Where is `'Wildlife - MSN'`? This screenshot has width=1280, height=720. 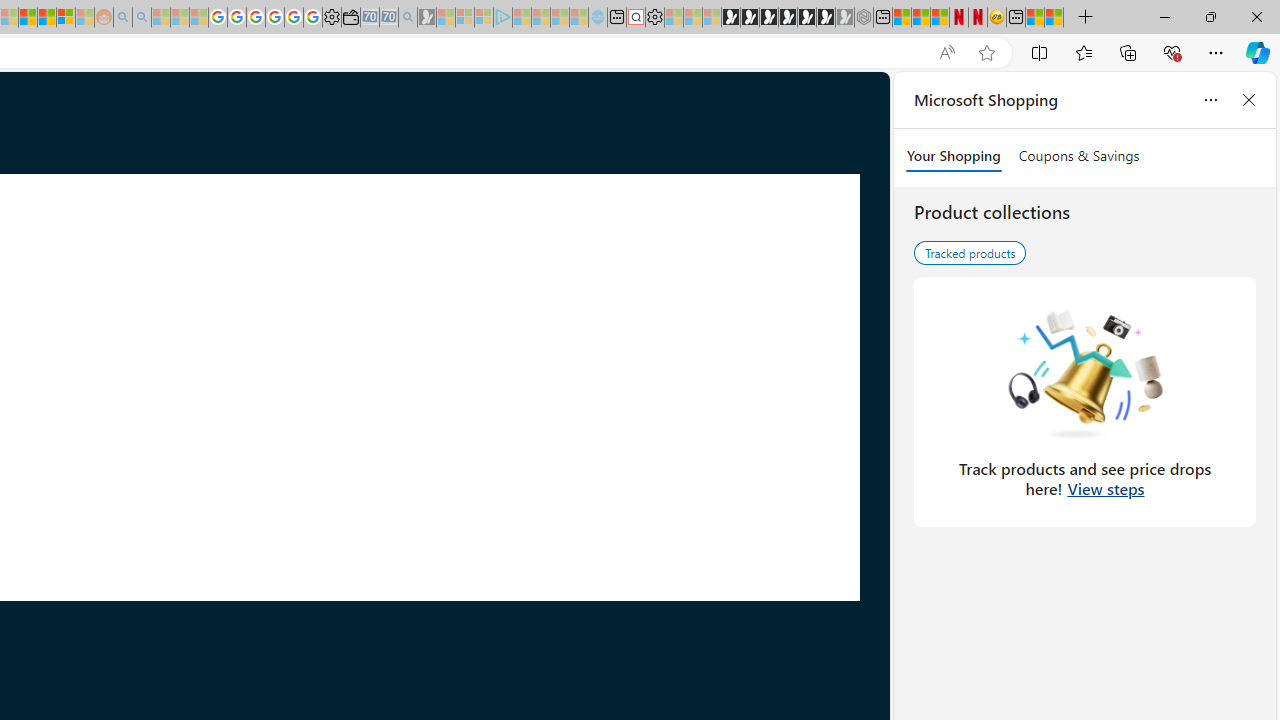 'Wildlife - MSN' is located at coordinates (1035, 17).